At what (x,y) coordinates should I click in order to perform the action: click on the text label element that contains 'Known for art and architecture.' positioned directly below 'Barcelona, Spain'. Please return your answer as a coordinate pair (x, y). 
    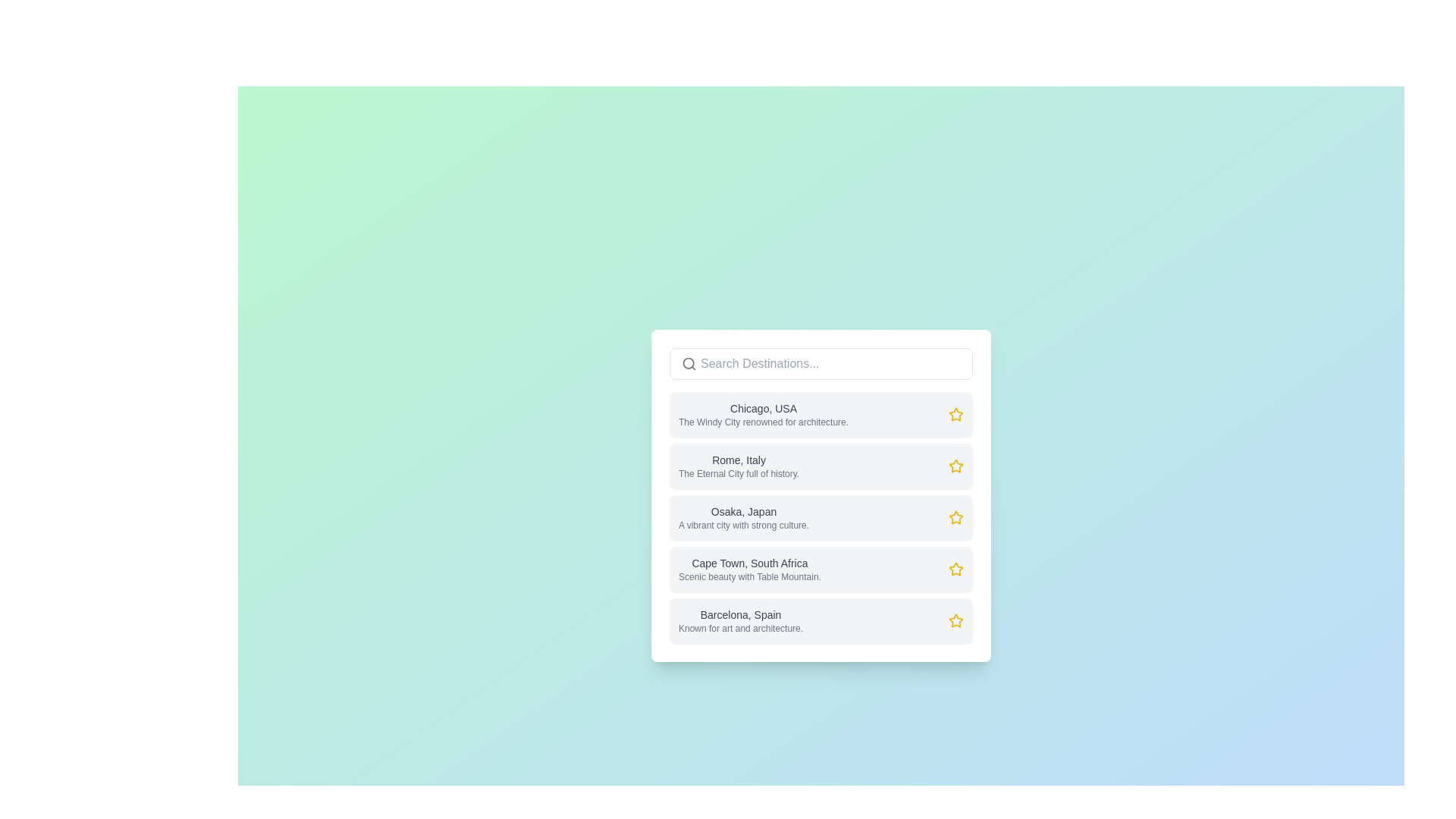
    Looking at the image, I should click on (741, 629).